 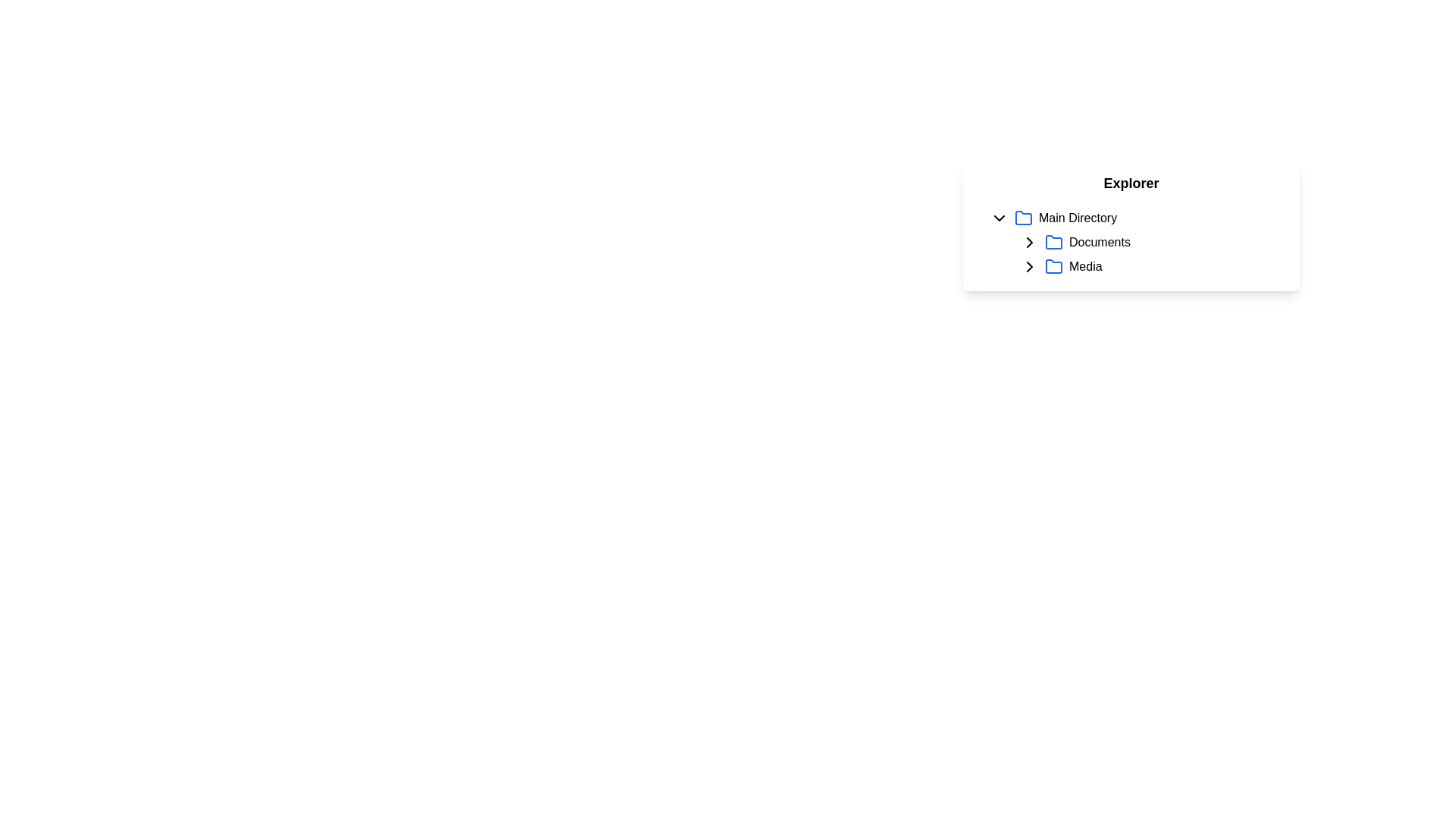 I want to click on the Folder icon, which is the third item in the vertical list under the 'Explorer' heading, distinguished by its rounded edges and blue stroke outline, so click(x=1053, y=265).